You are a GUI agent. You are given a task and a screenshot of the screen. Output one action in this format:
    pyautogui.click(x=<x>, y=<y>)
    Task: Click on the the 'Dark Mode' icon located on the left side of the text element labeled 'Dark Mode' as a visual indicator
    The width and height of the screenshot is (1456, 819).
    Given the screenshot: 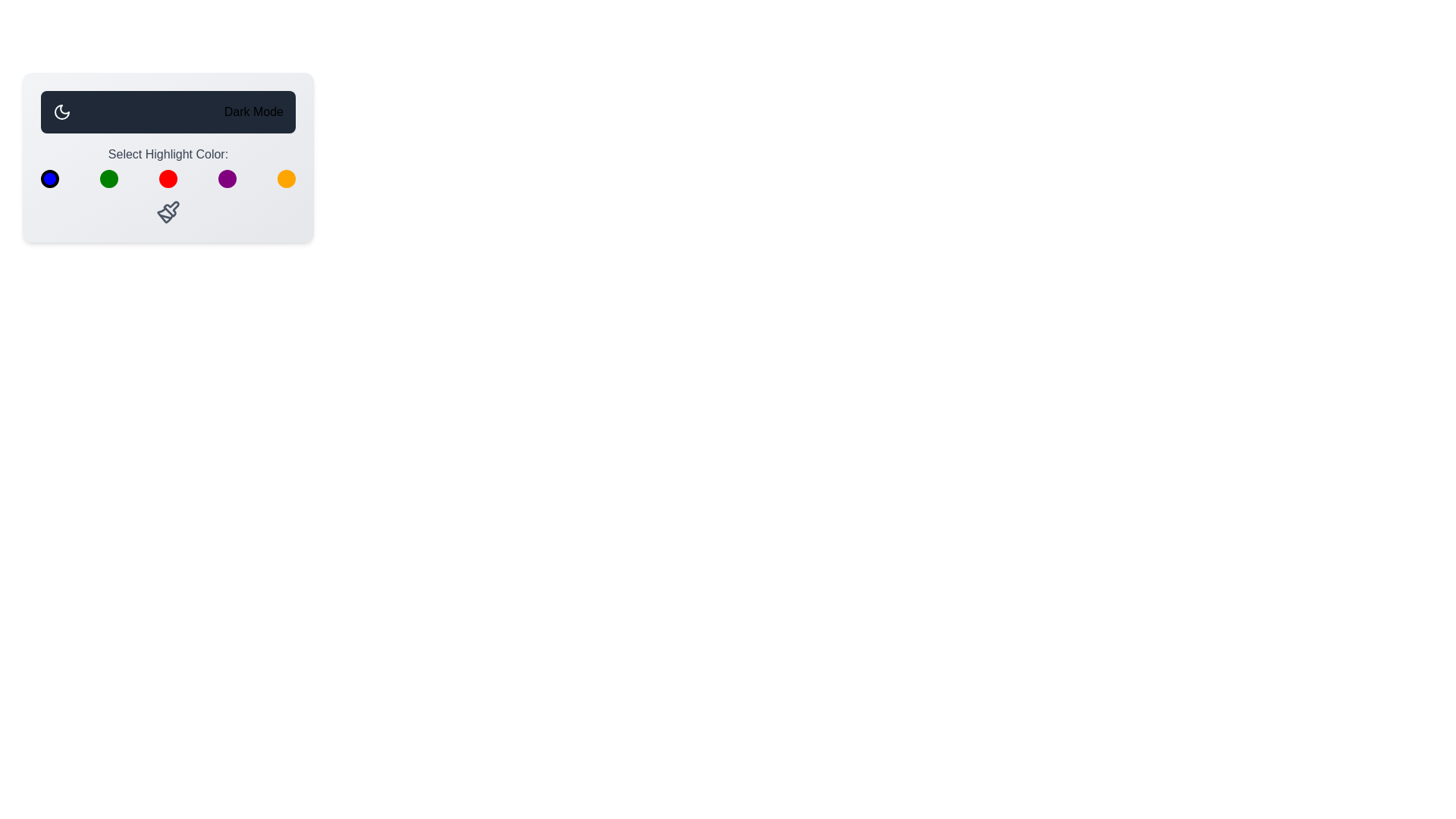 What is the action you would take?
    pyautogui.click(x=61, y=111)
    